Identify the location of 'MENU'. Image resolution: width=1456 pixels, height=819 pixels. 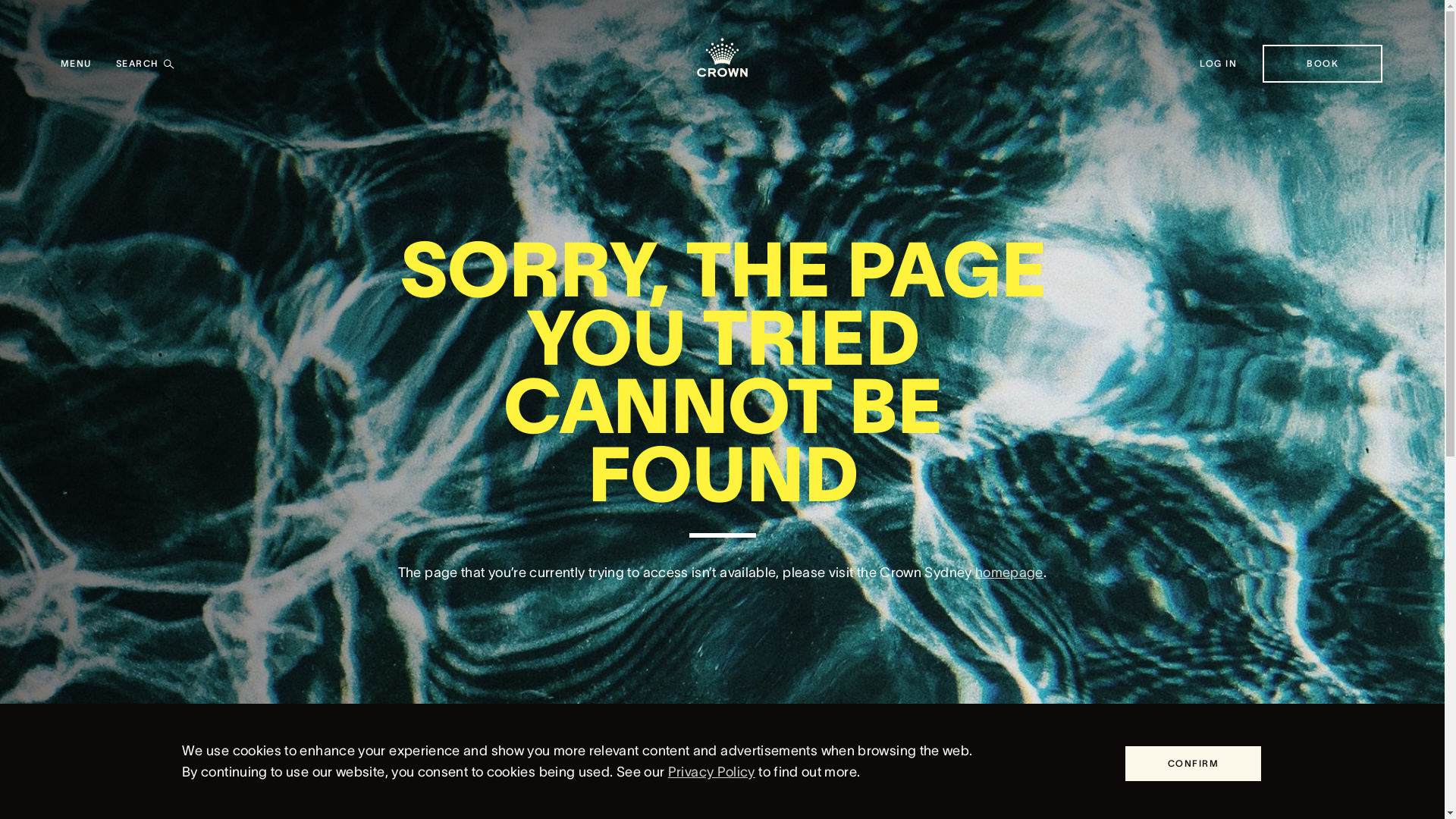
(61, 63).